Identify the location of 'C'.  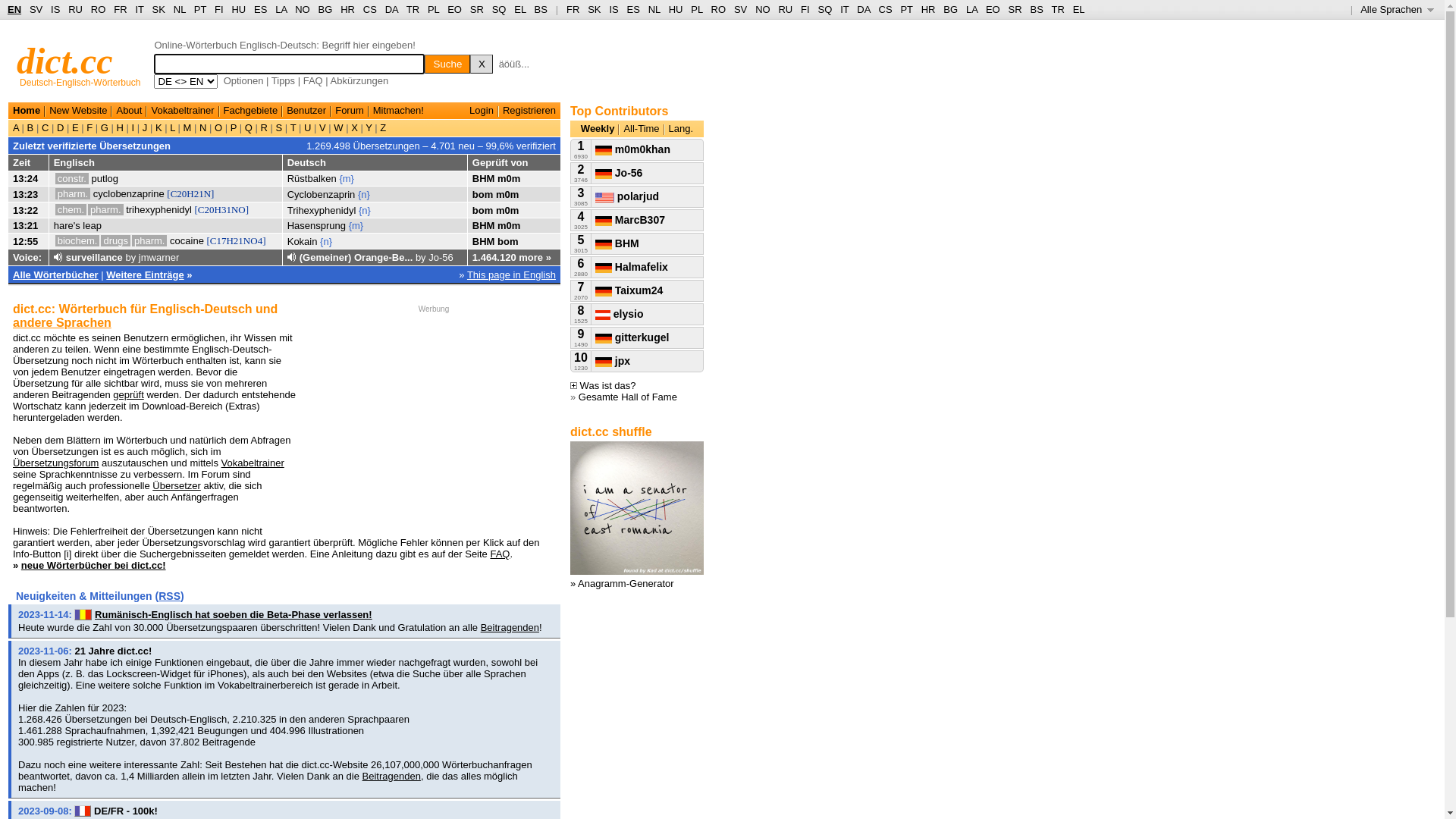
(45, 127).